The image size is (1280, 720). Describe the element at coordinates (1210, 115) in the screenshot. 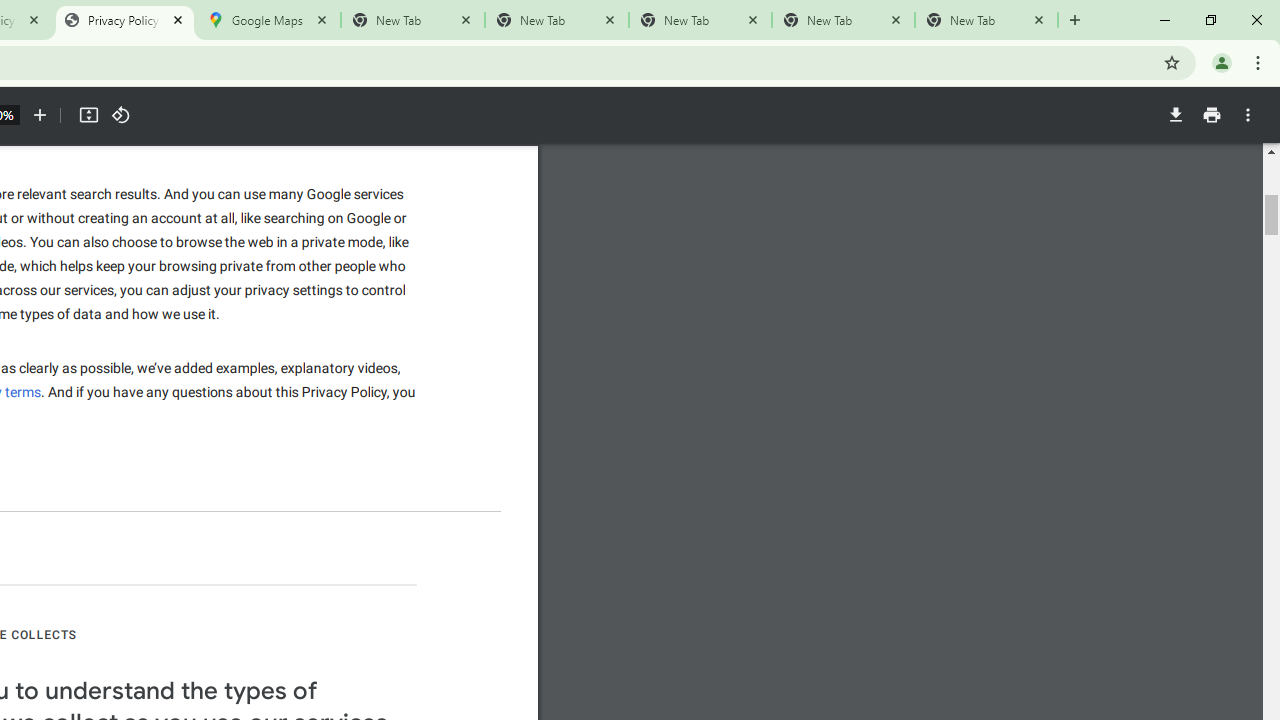

I see `'Print'` at that location.